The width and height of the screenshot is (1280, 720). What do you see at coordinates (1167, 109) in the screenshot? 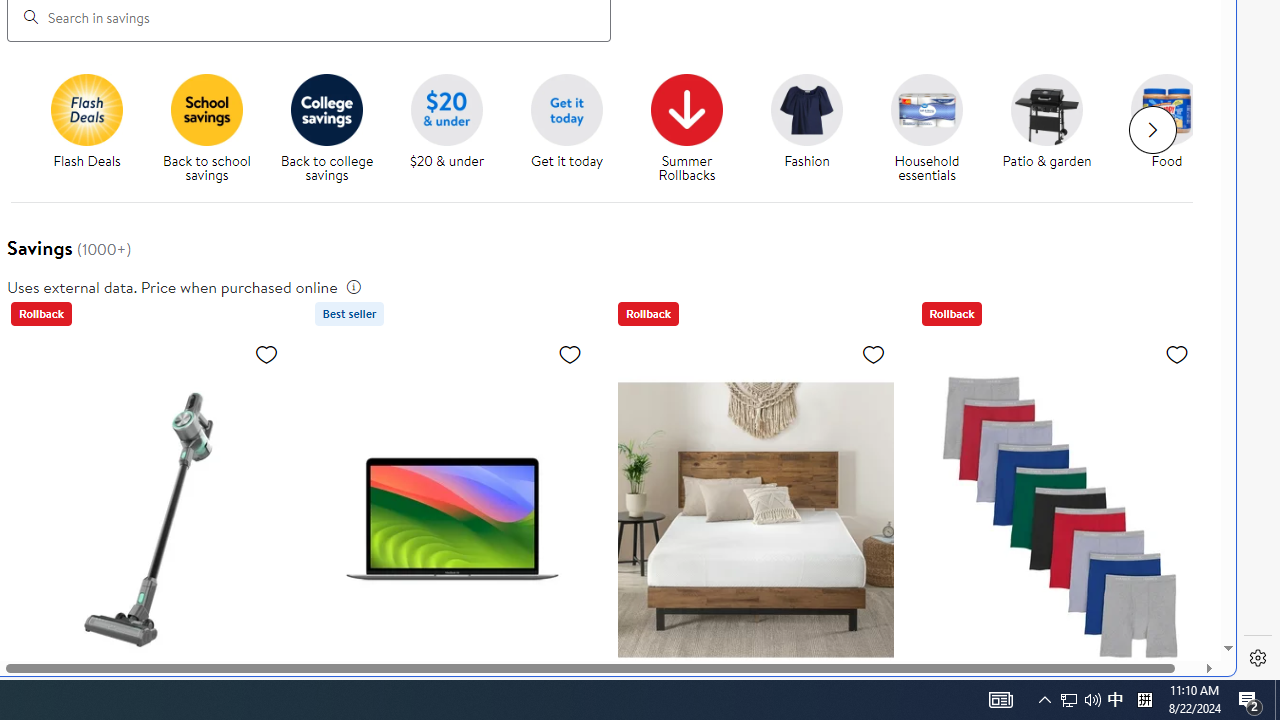
I see `'Food'` at bounding box center [1167, 109].